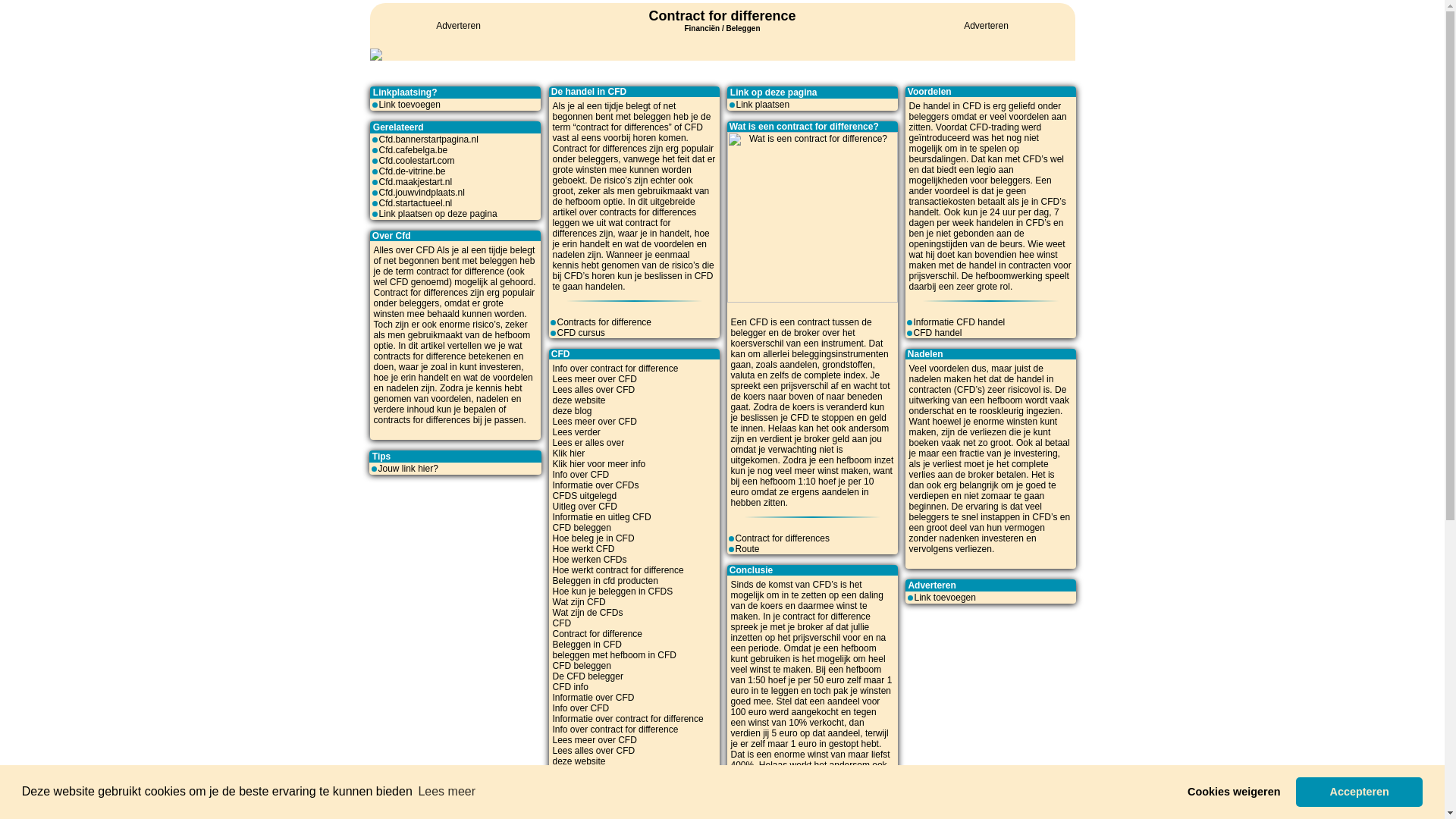 The image size is (1456, 819). Describe the element at coordinates (797, 365) in the screenshot. I see `'aandelen'` at that location.